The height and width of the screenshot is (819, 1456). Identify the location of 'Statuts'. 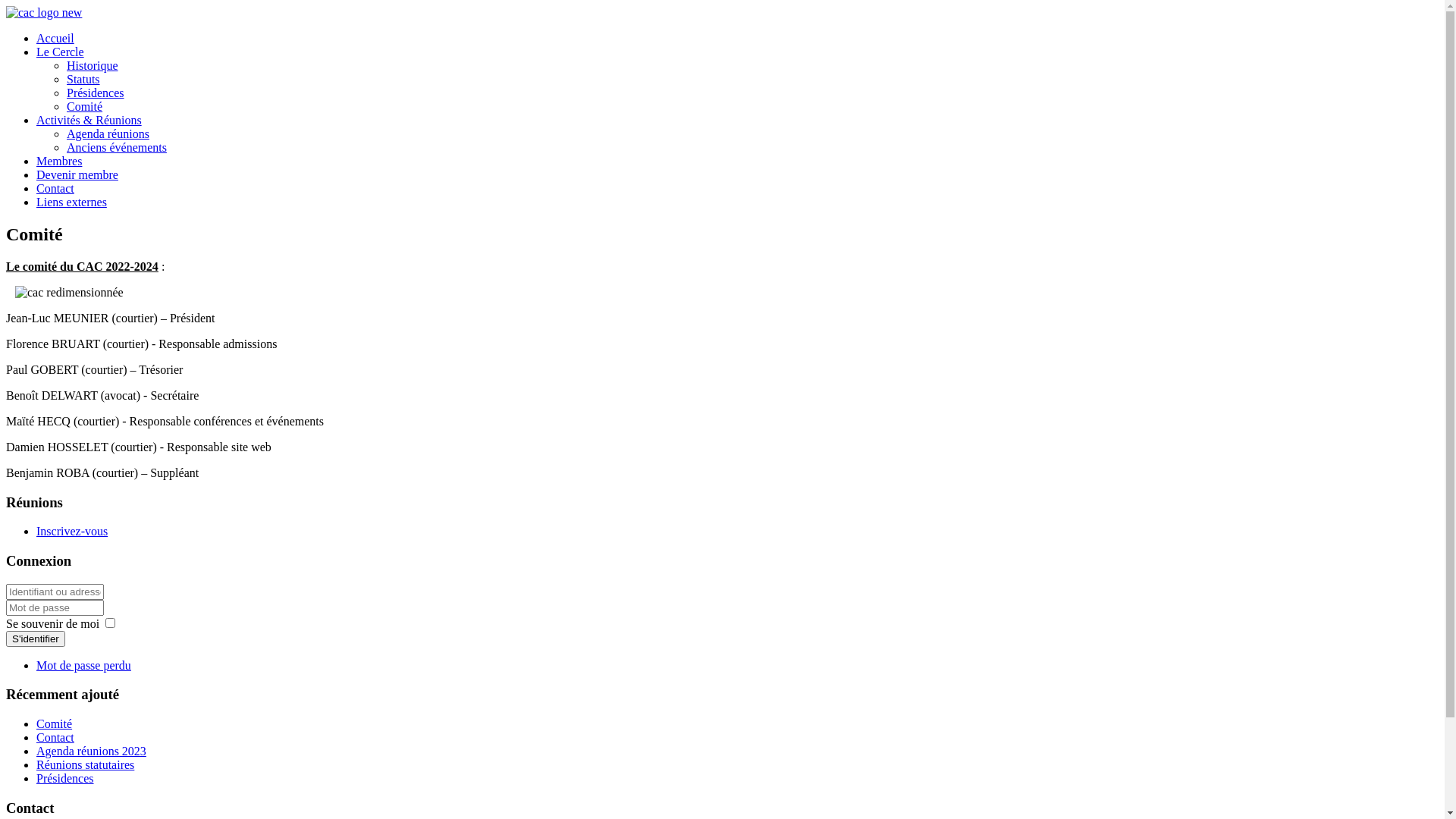
(65, 79).